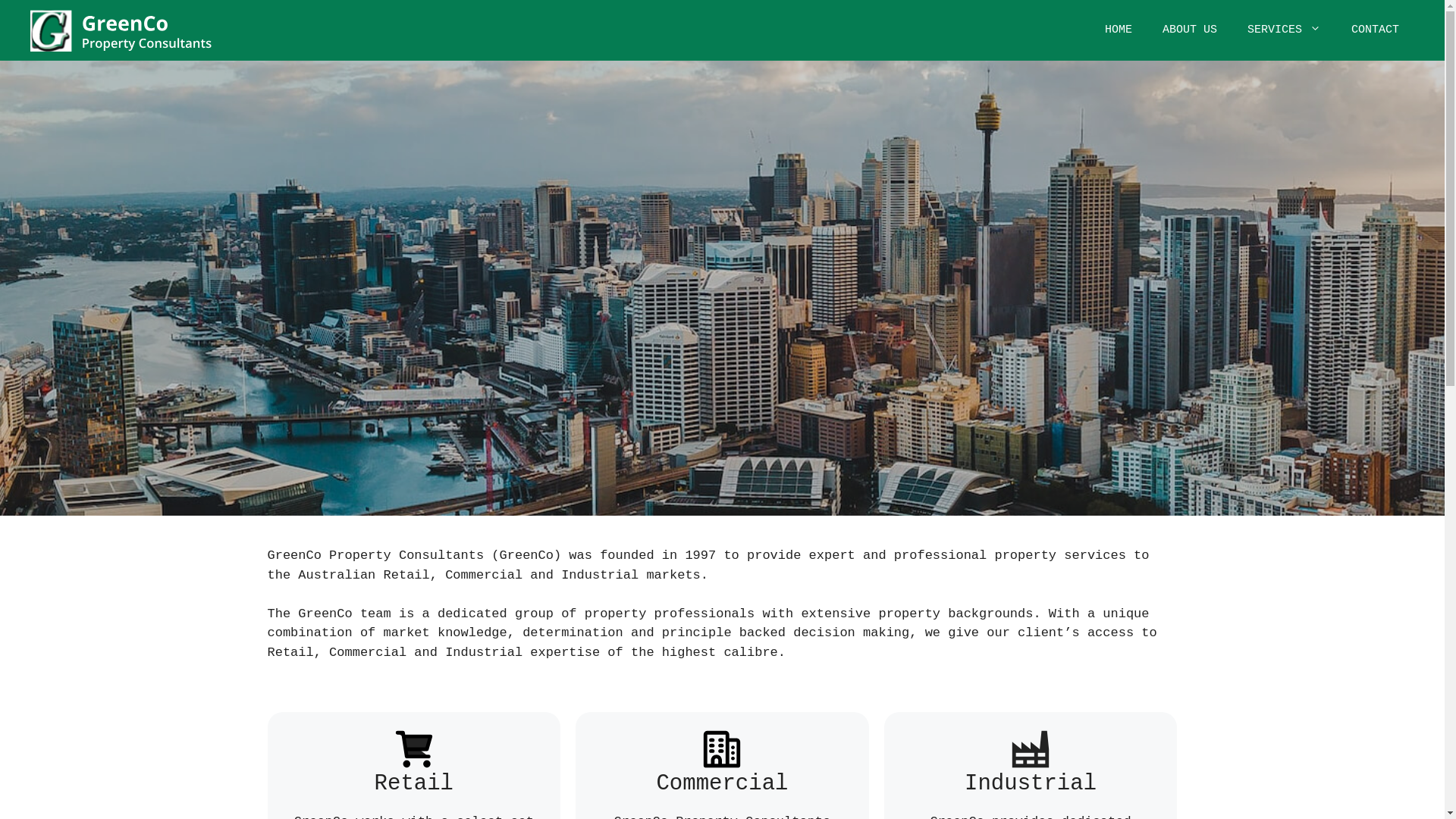 Image resolution: width=1456 pixels, height=819 pixels. I want to click on 'ABOUT US', so click(1189, 30).